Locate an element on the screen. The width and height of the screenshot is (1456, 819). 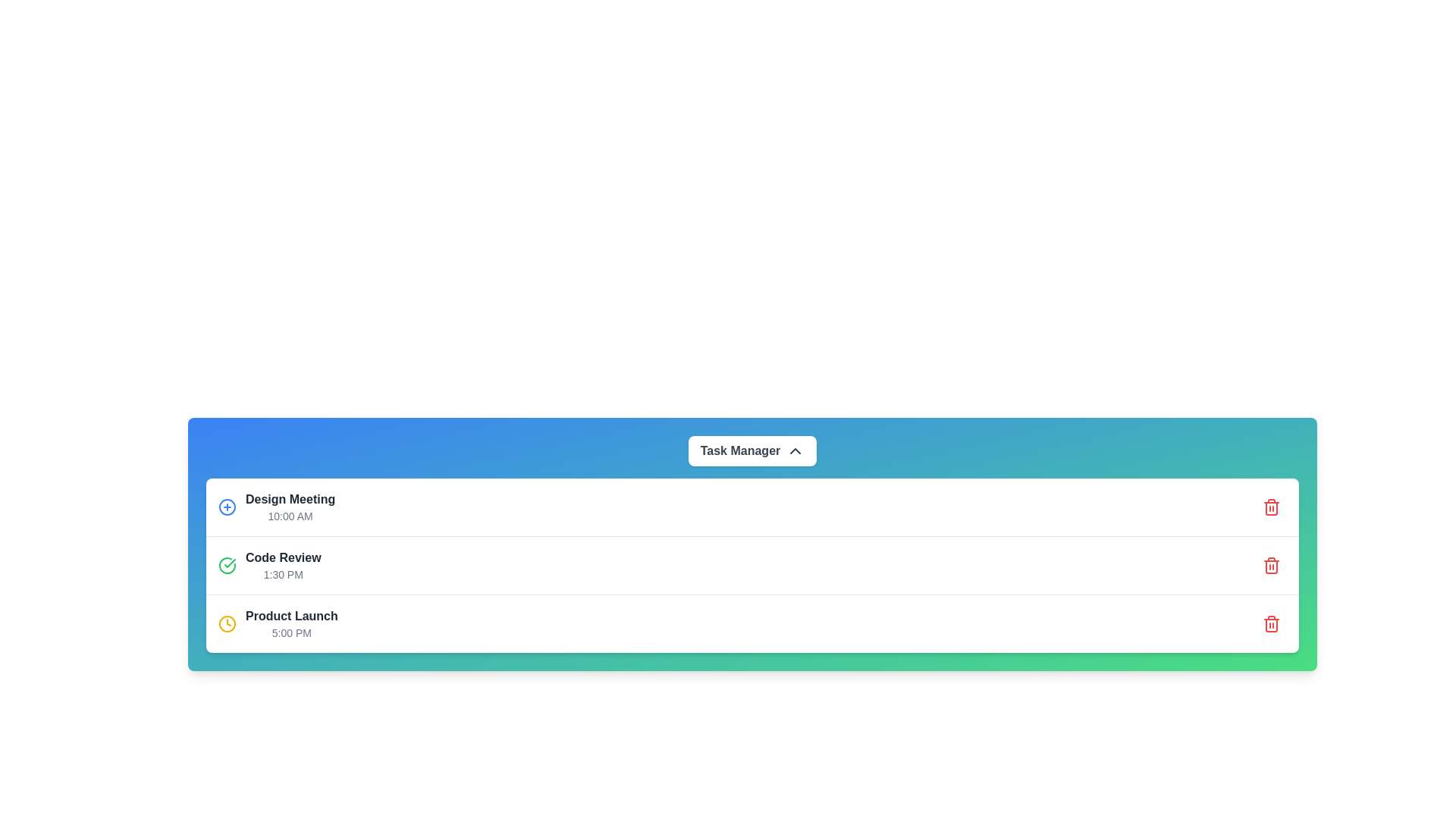
the plus icon located to the left of the text 'Design Meeting' is located at coordinates (226, 507).